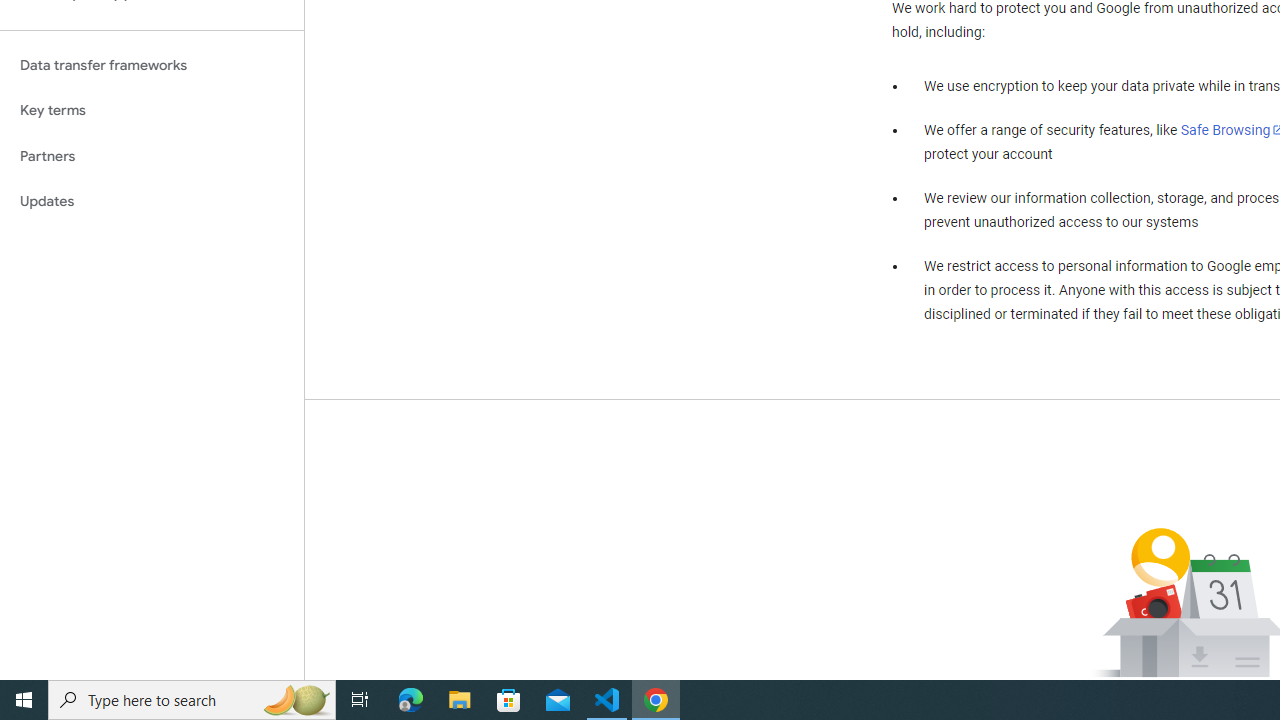 The image size is (1280, 720). I want to click on 'Partners', so click(151, 155).